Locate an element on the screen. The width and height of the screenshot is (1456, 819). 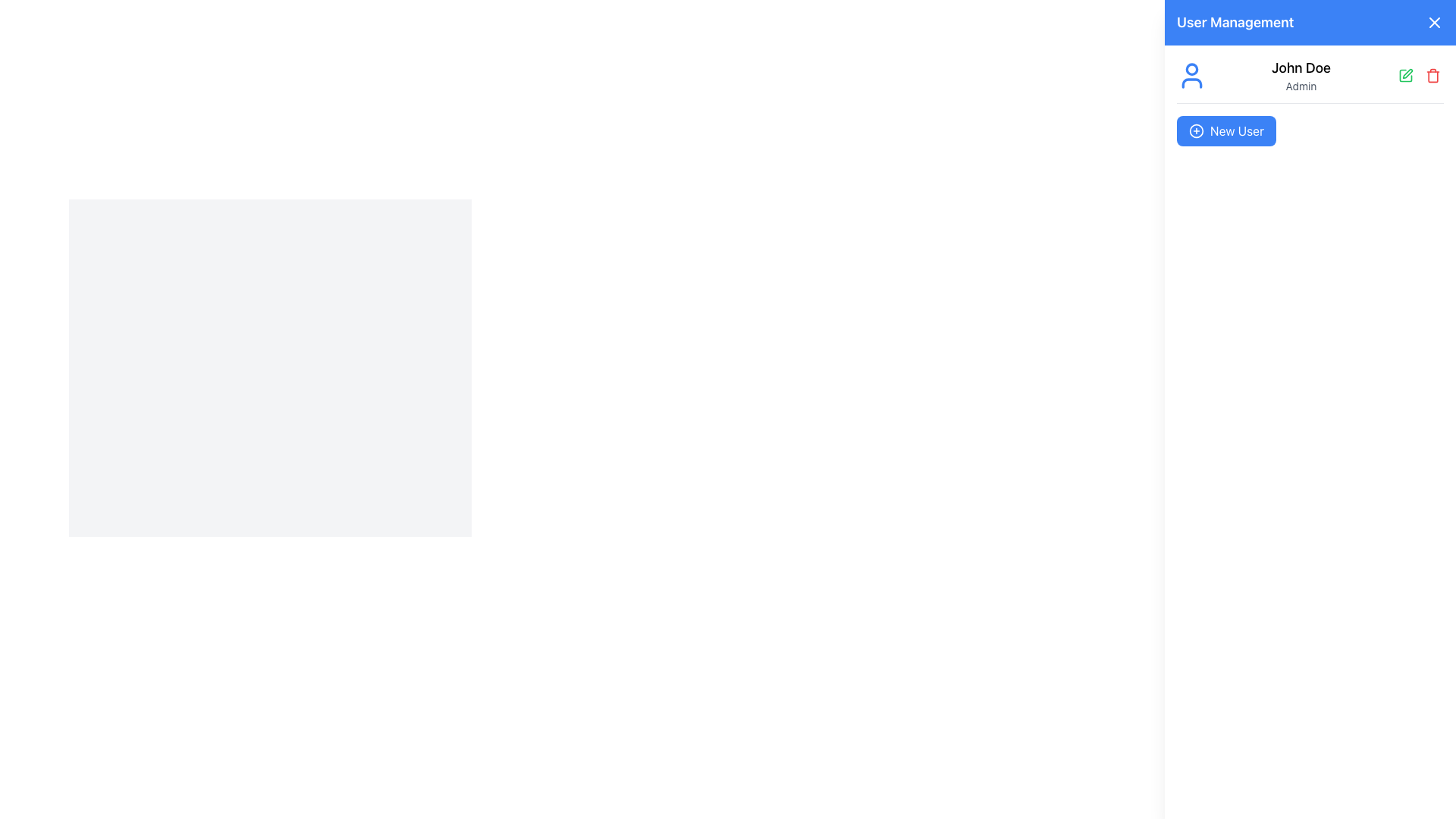
the 'New User' button, which displays white text on a blue background, located in the lower section of the 'User Management' panel is located at coordinates (1237, 130).